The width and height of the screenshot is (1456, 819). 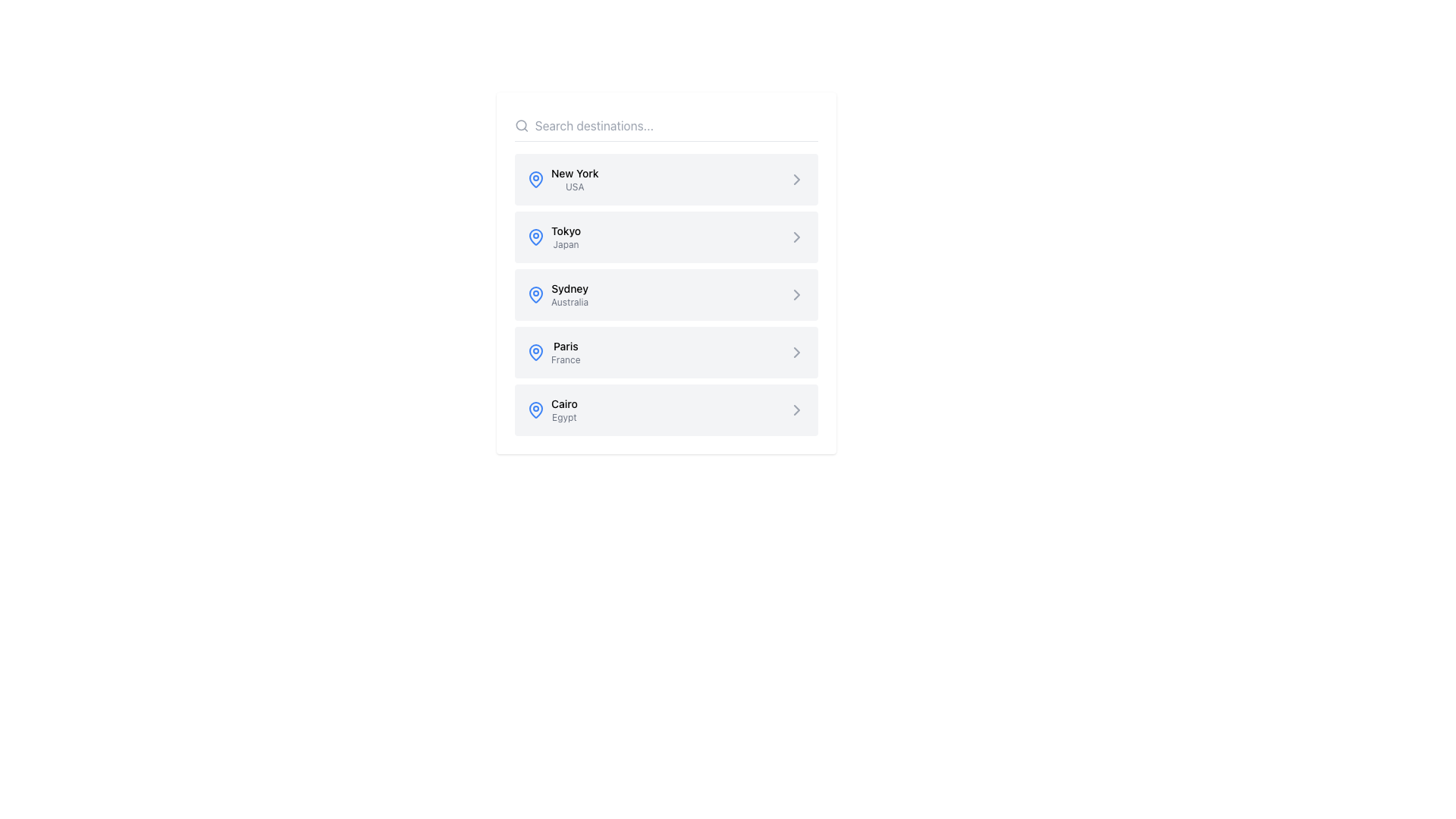 I want to click on the right-pointing chevron segment located in the fourth list item next to the 'Paris' label, so click(x=796, y=353).